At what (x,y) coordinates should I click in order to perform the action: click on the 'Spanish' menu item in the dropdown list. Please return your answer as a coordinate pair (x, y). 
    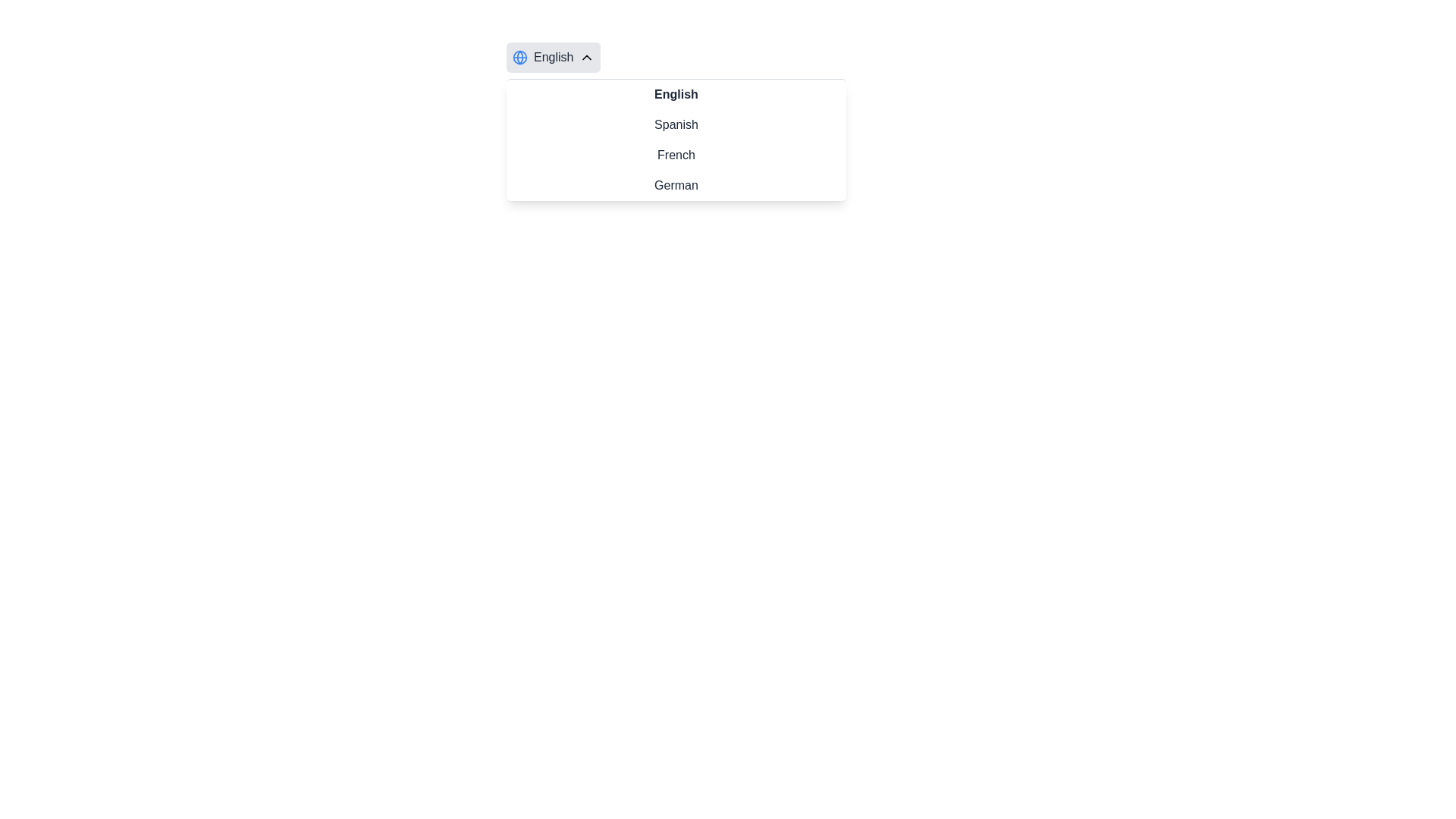
    Looking at the image, I should click on (676, 124).